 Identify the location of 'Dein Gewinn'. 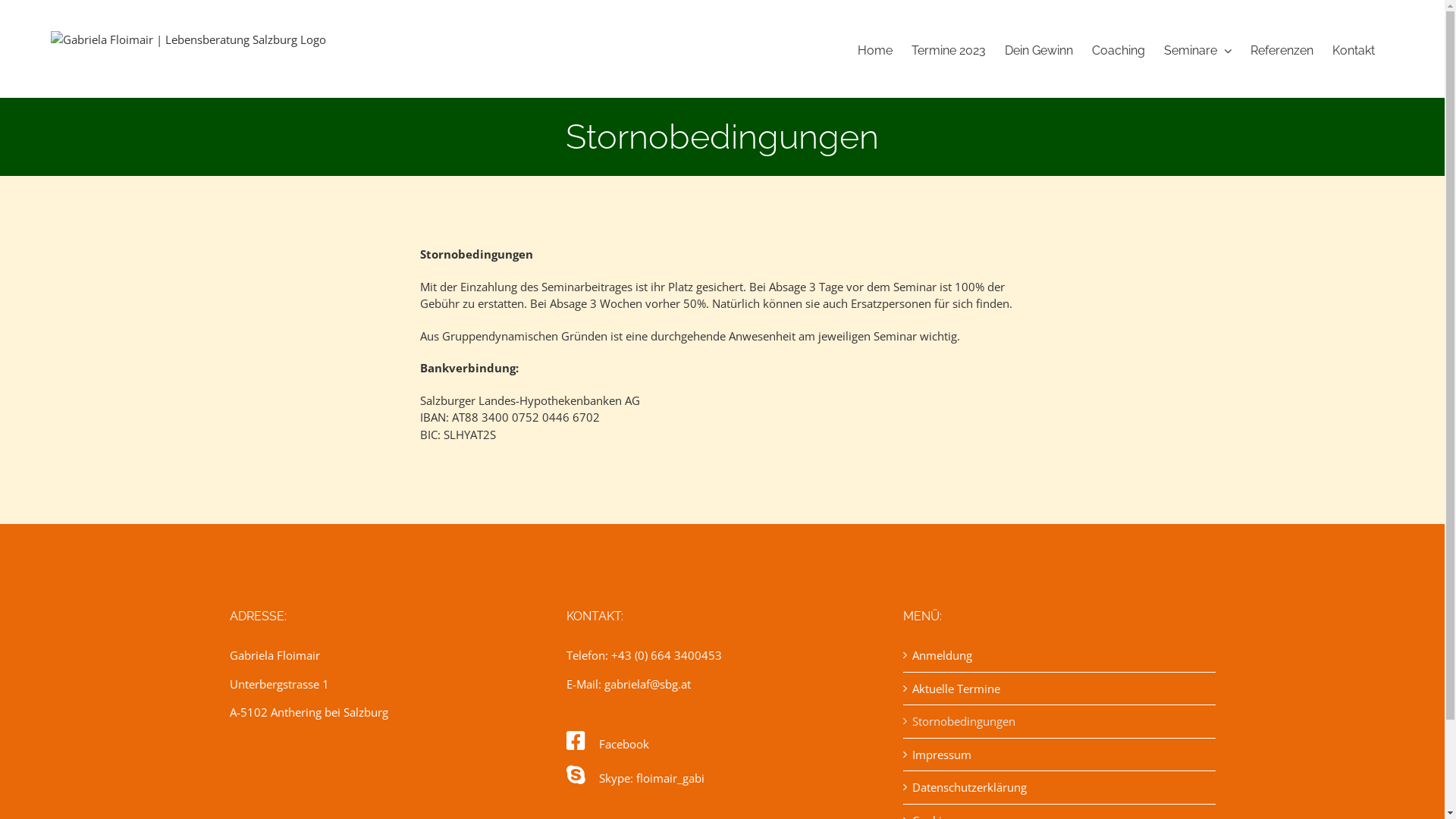
(1037, 49).